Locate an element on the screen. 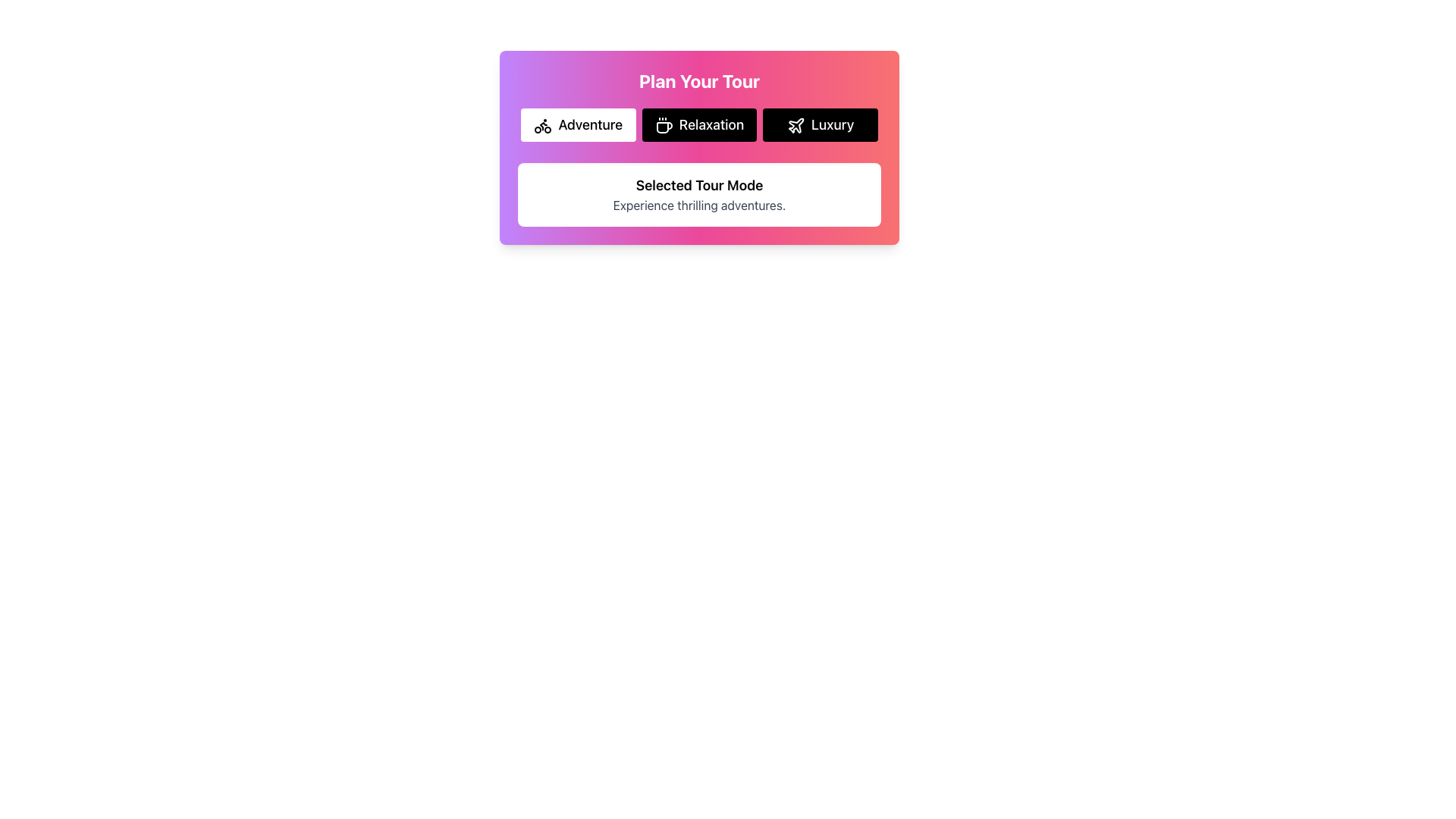  the 'Adventure' button, which is the first button in the group under the 'Plan Your Tour' header, featuring a bicycle icon and bold text is located at coordinates (577, 124).